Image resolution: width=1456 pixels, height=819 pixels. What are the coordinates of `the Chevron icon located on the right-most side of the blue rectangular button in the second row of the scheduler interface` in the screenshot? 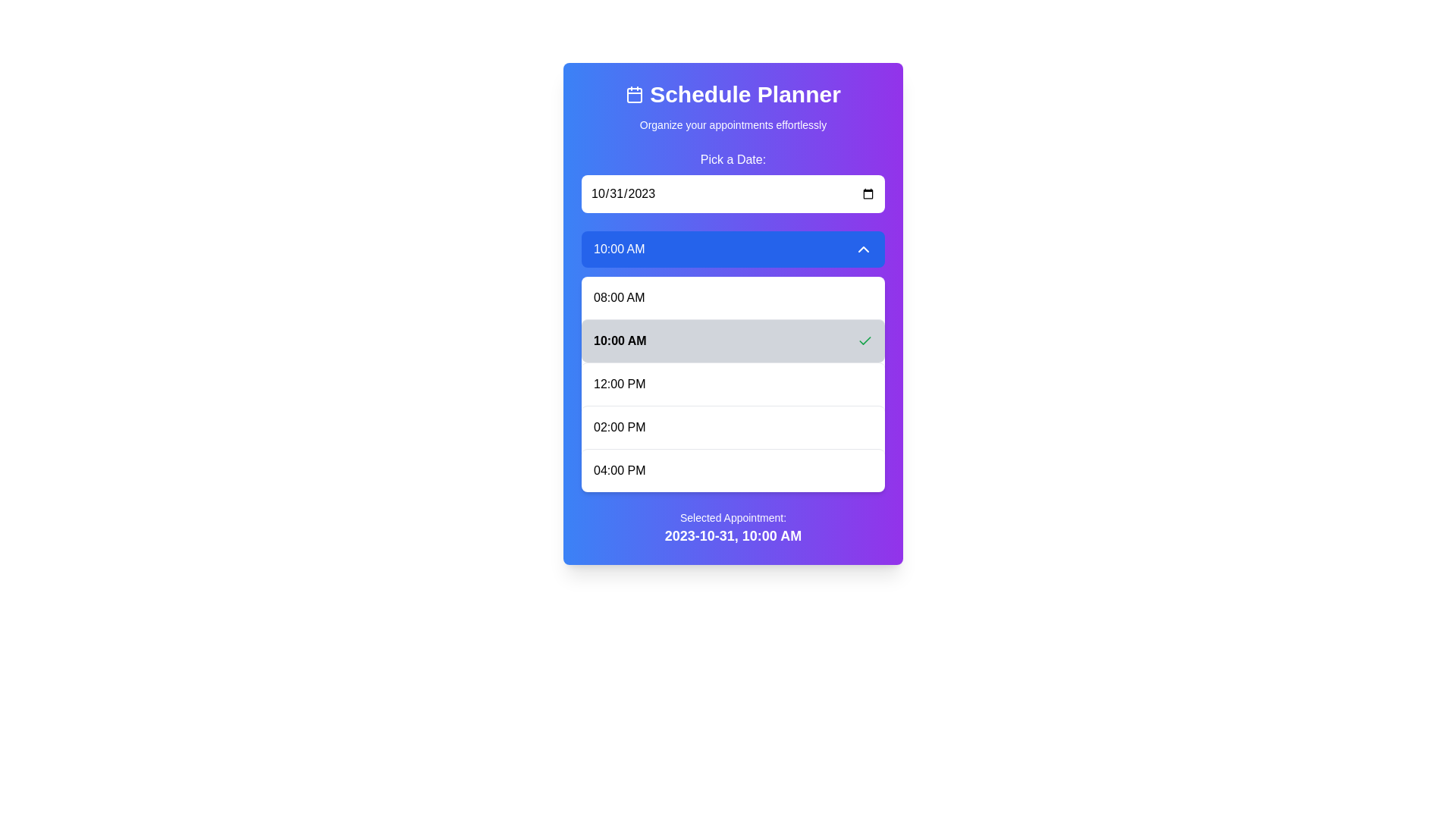 It's located at (863, 248).